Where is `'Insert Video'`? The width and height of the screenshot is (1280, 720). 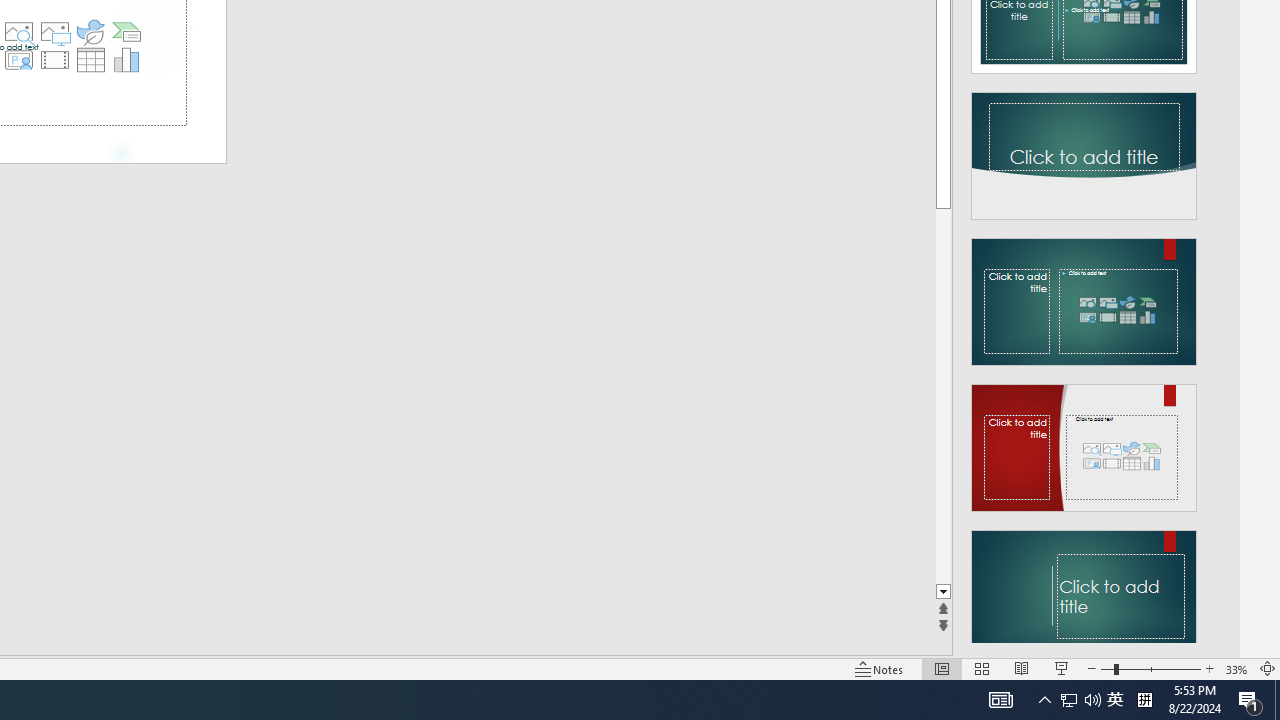
'Insert Video' is located at coordinates (54, 59).